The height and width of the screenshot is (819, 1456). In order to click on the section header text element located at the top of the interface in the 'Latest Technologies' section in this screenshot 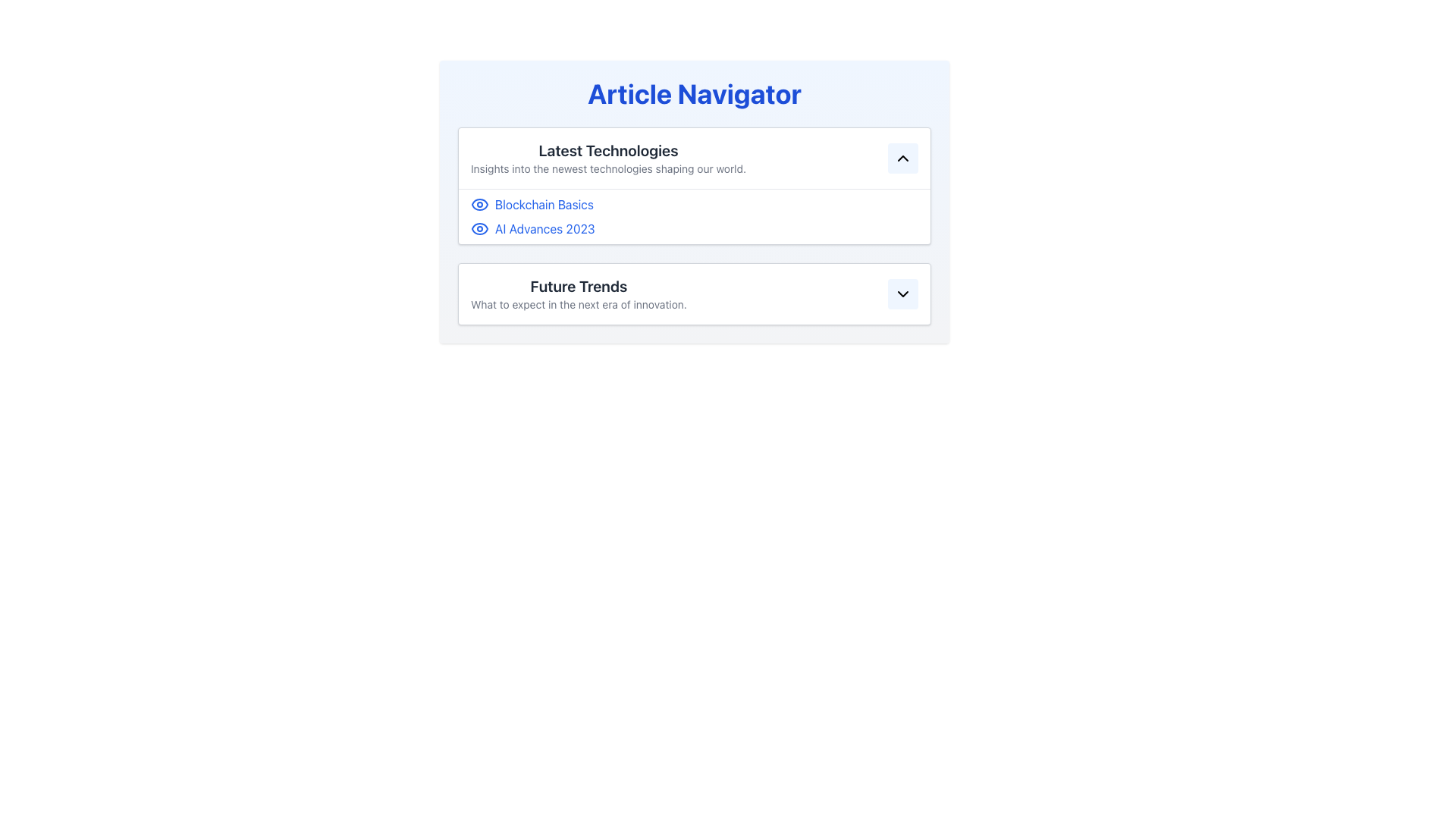, I will do `click(608, 151)`.